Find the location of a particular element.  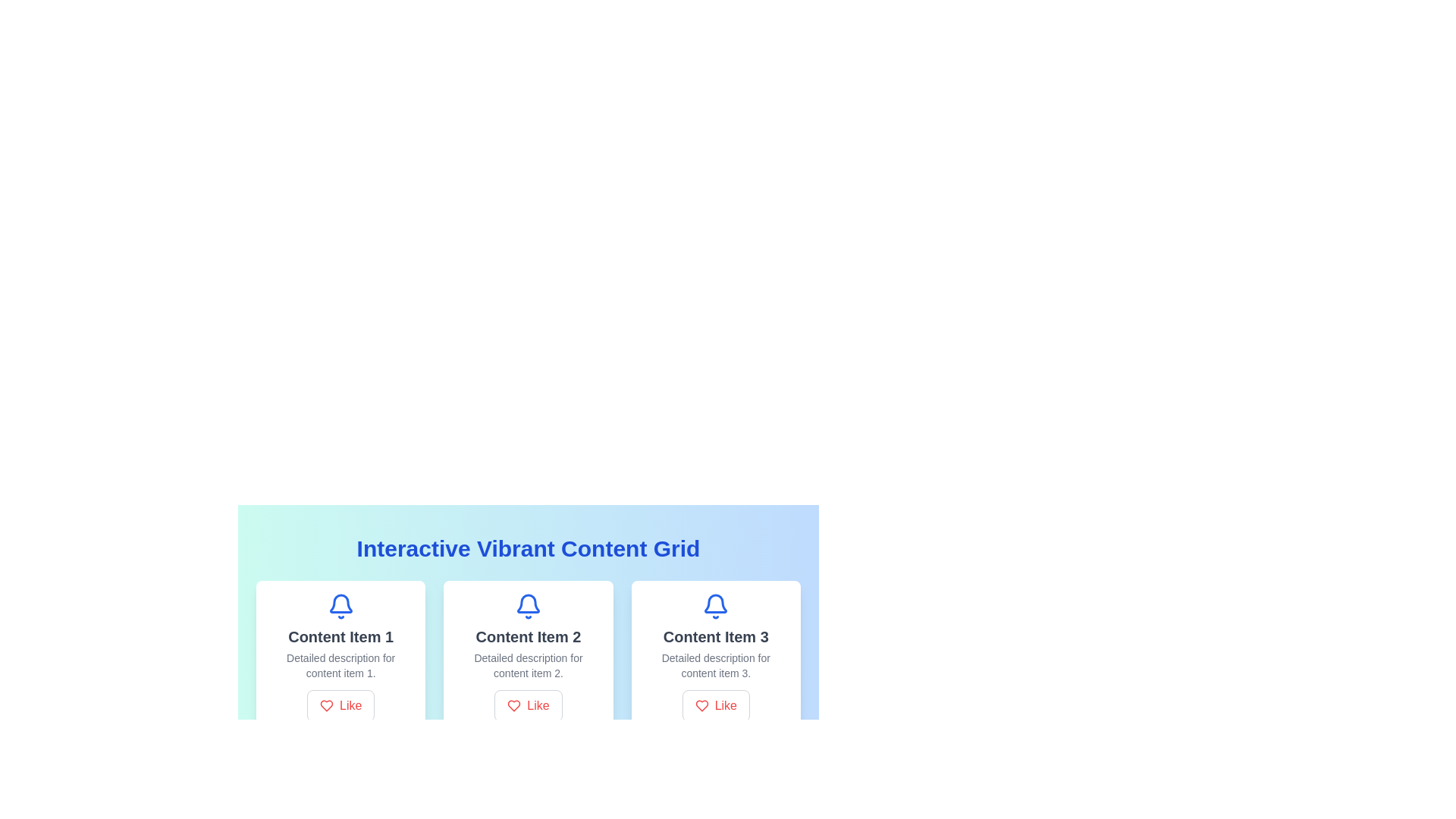

the blue bell icon located in the card labeled 'Content Item 1', which is centered above the text description block is located at coordinates (340, 605).